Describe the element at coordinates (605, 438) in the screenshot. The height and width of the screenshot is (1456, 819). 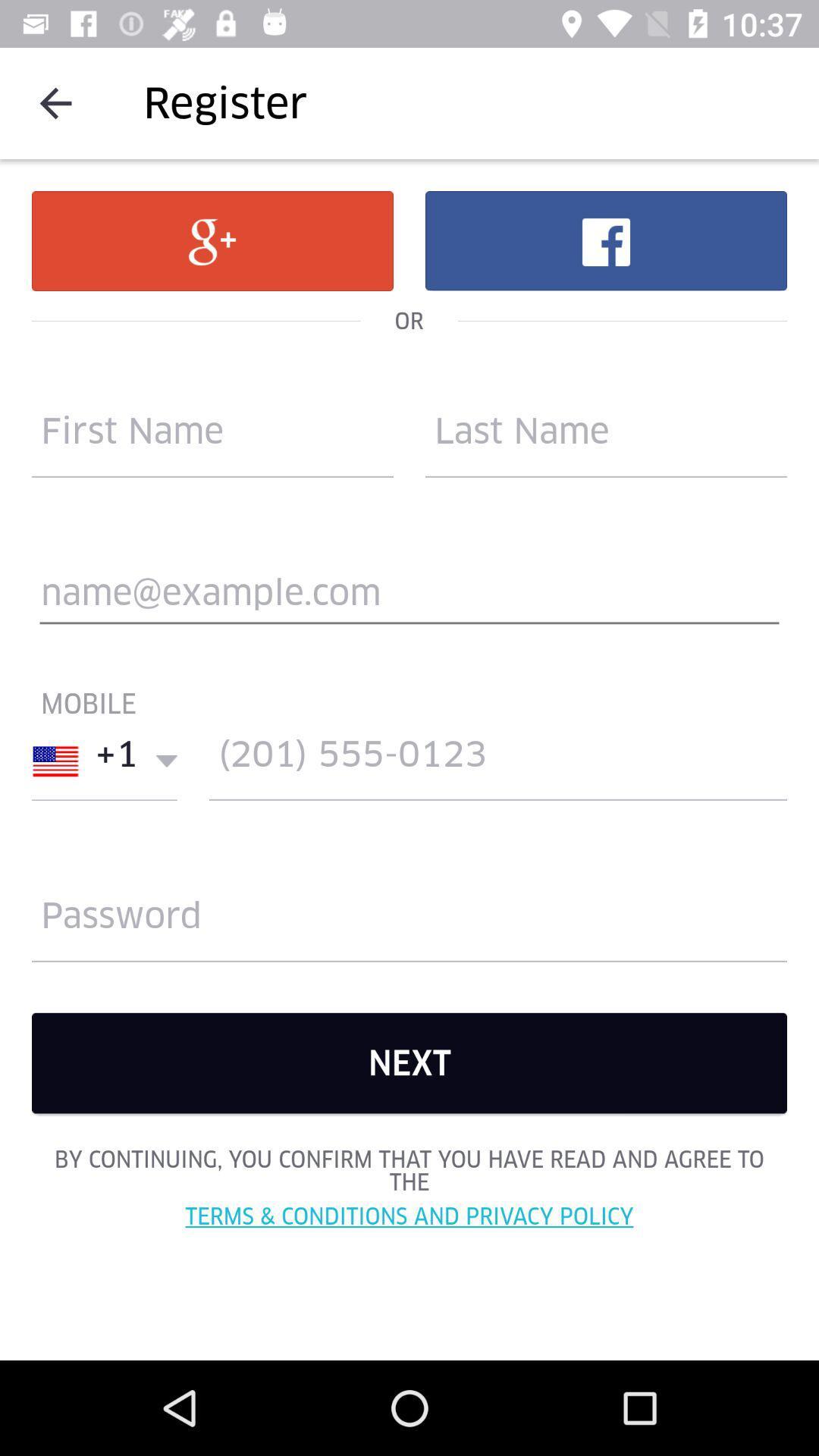
I see `your last name` at that location.